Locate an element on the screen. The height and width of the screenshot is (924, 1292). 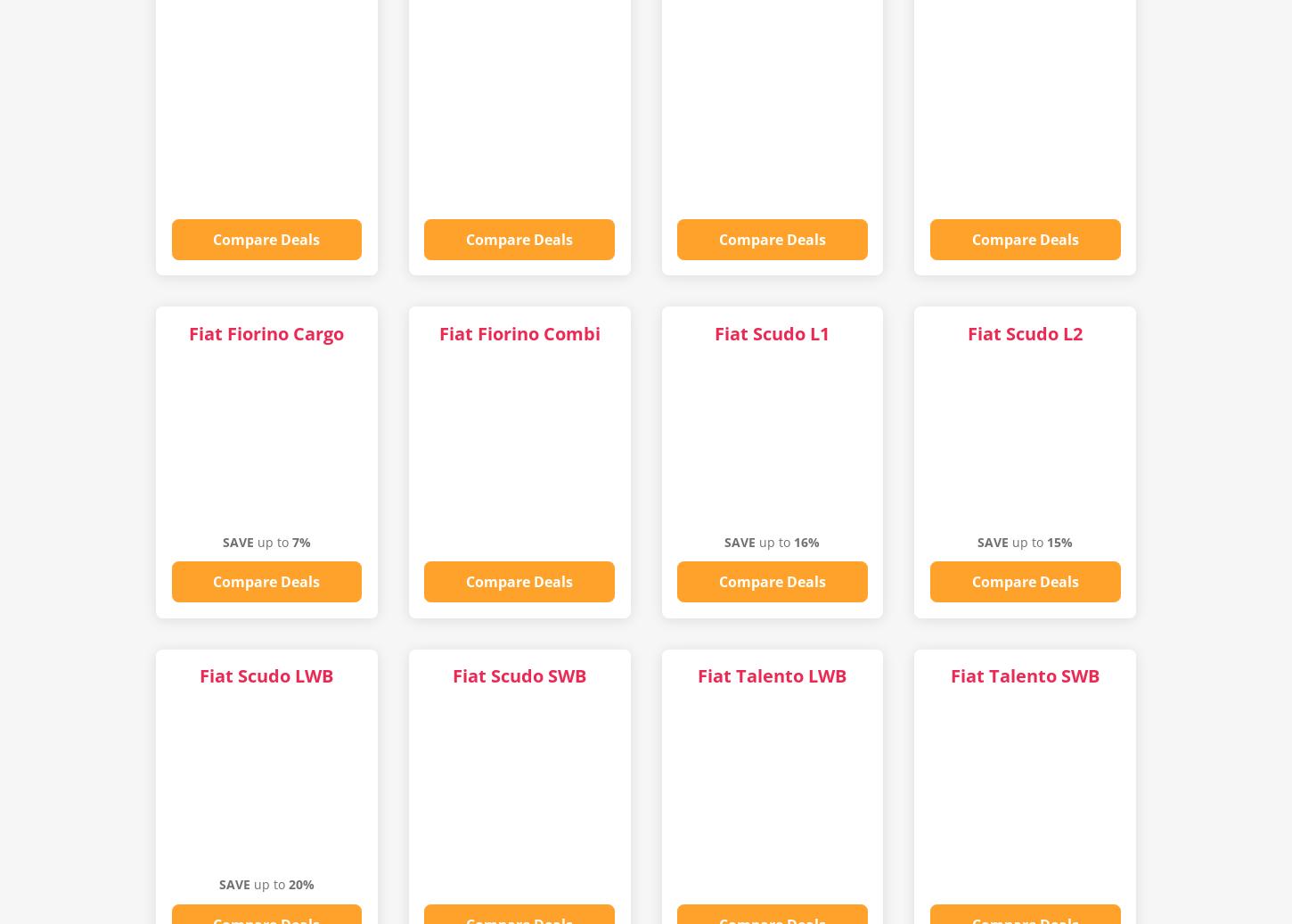
'Fiat Talento SWB' is located at coordinates (951, 675).